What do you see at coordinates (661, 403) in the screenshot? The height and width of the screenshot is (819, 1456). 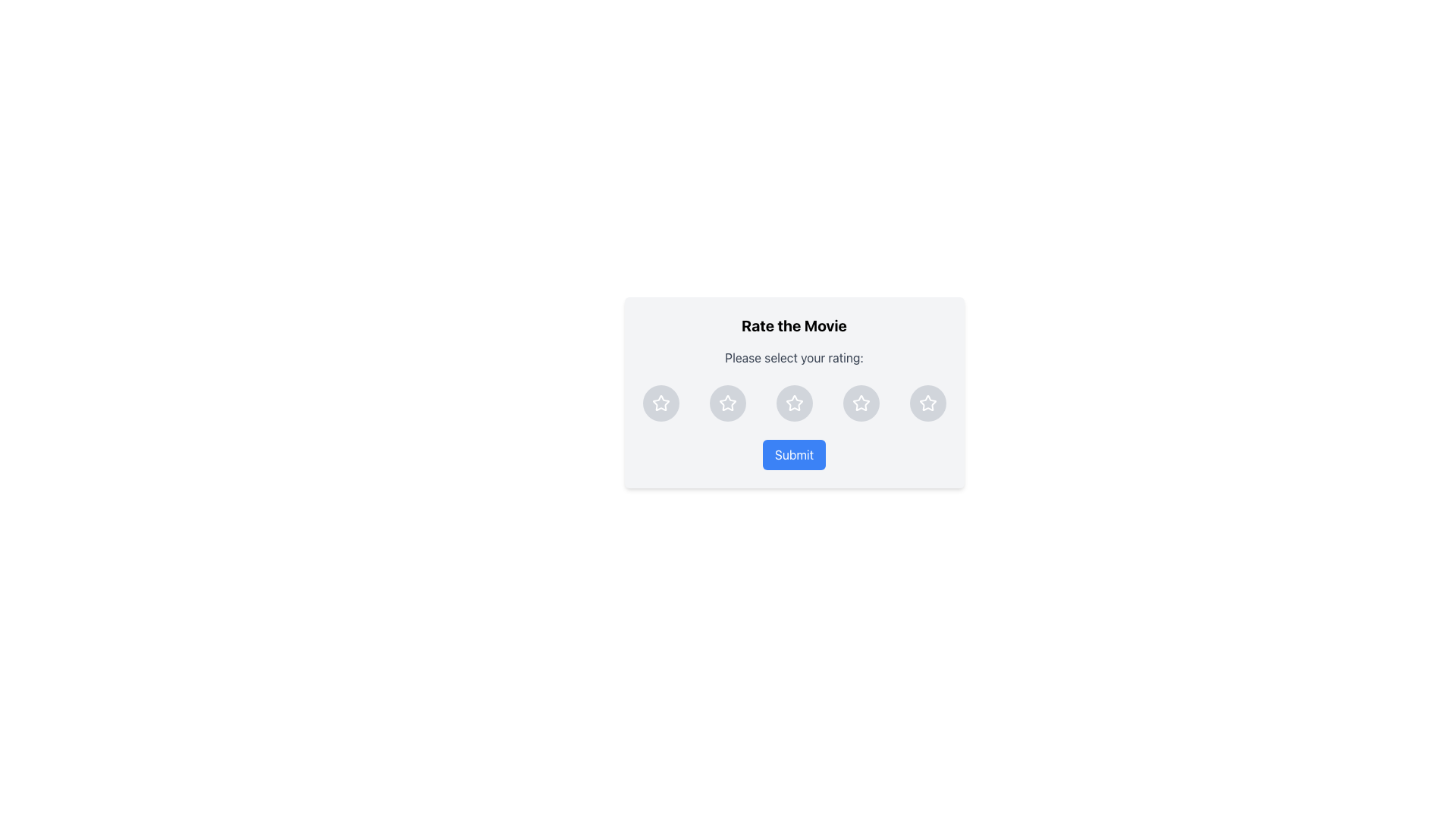 I see `the first star icon in the rating options` at bounding box center [661, 403].